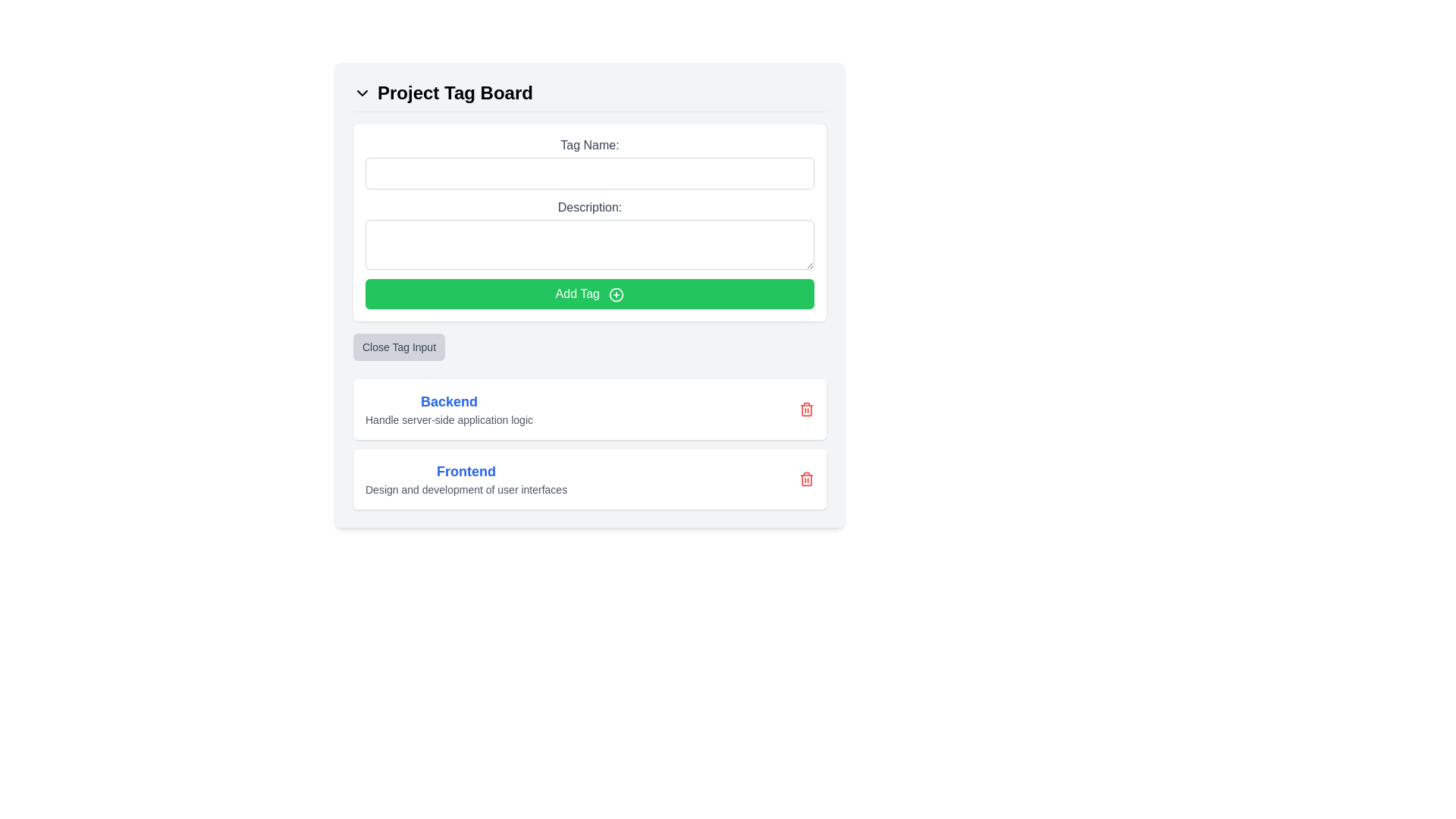 Image resolution: width=1456 pixels, height=819 pixels. I want to click on the toggle icon for the 'Project Tag Board' section, so click(362, 93).